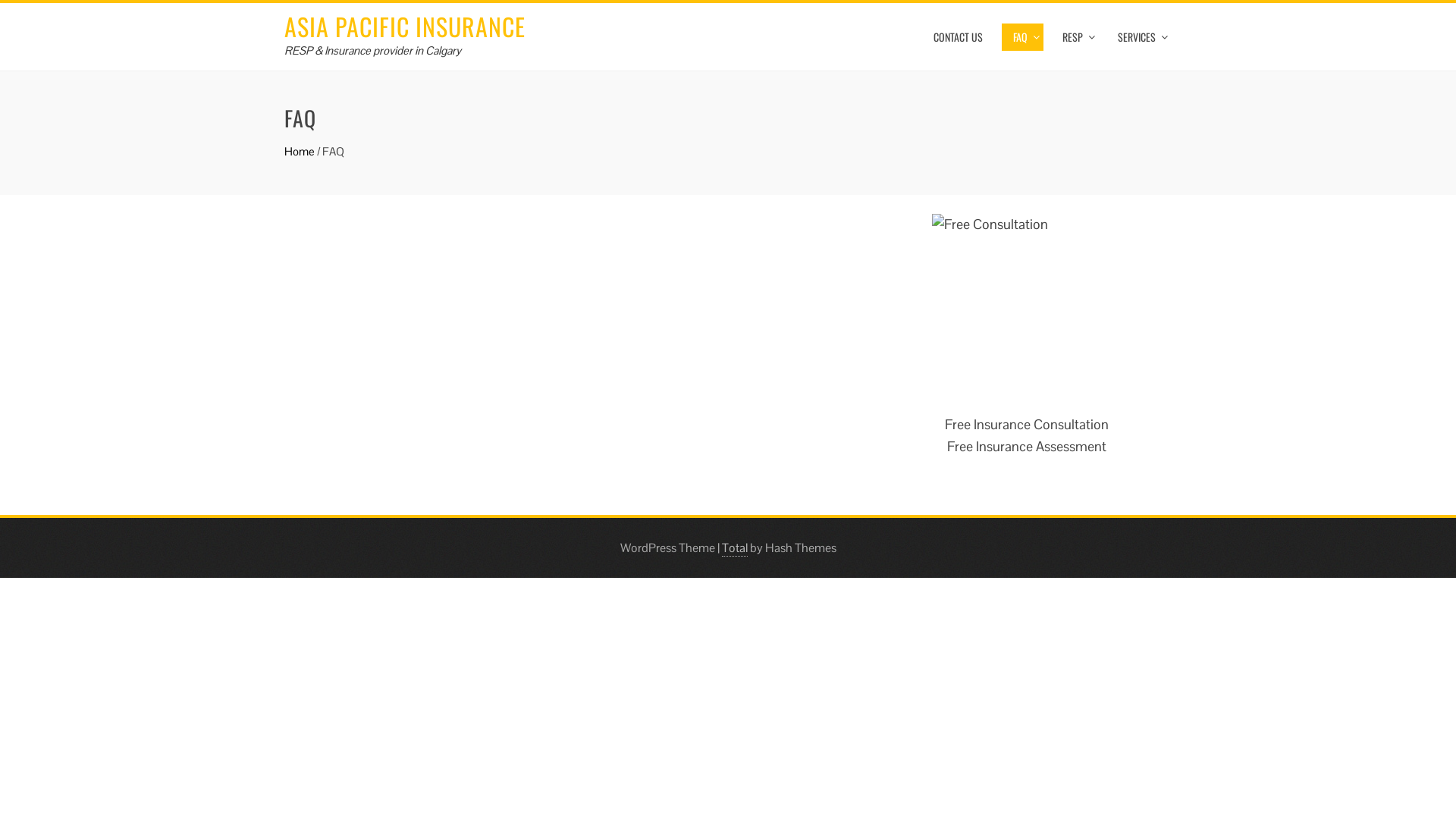  Describe the element at coordinates (921, 36) in the screenshot. I see `'CONTACT US'` at that location.